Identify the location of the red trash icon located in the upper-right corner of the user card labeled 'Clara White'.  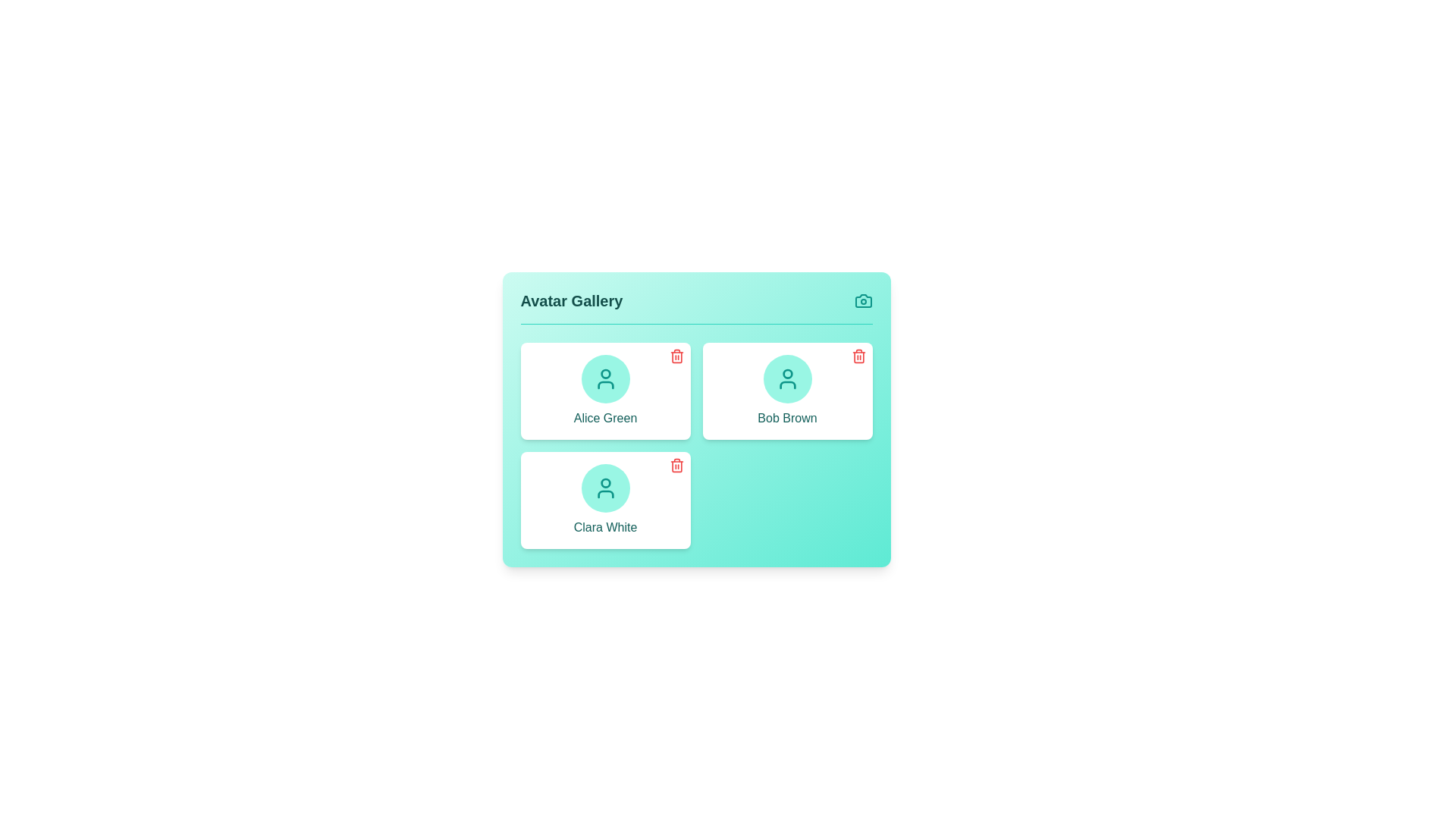
(676, 464).